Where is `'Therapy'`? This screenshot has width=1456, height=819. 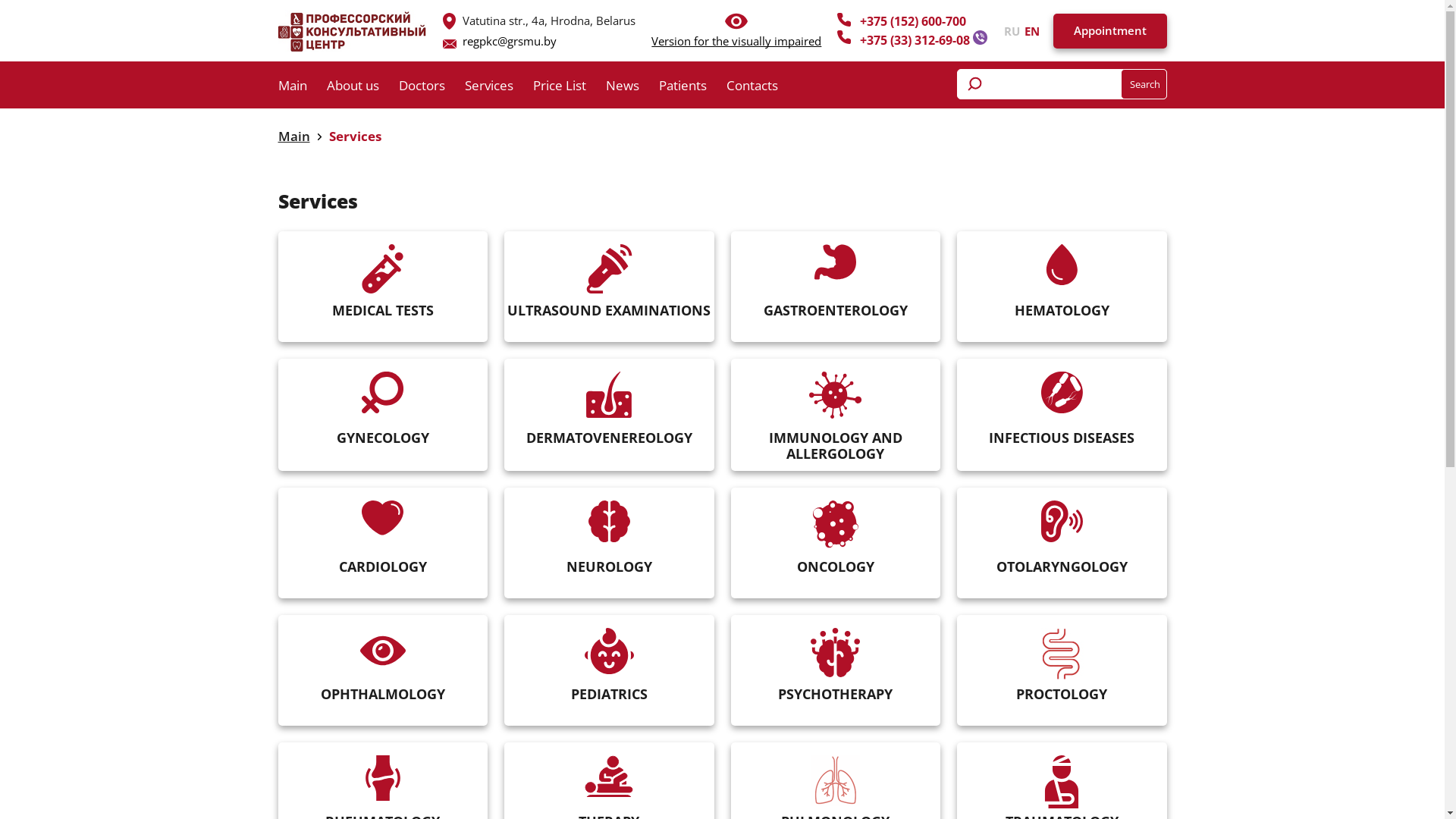 'Therapy' is located at coordinates (608, 776).